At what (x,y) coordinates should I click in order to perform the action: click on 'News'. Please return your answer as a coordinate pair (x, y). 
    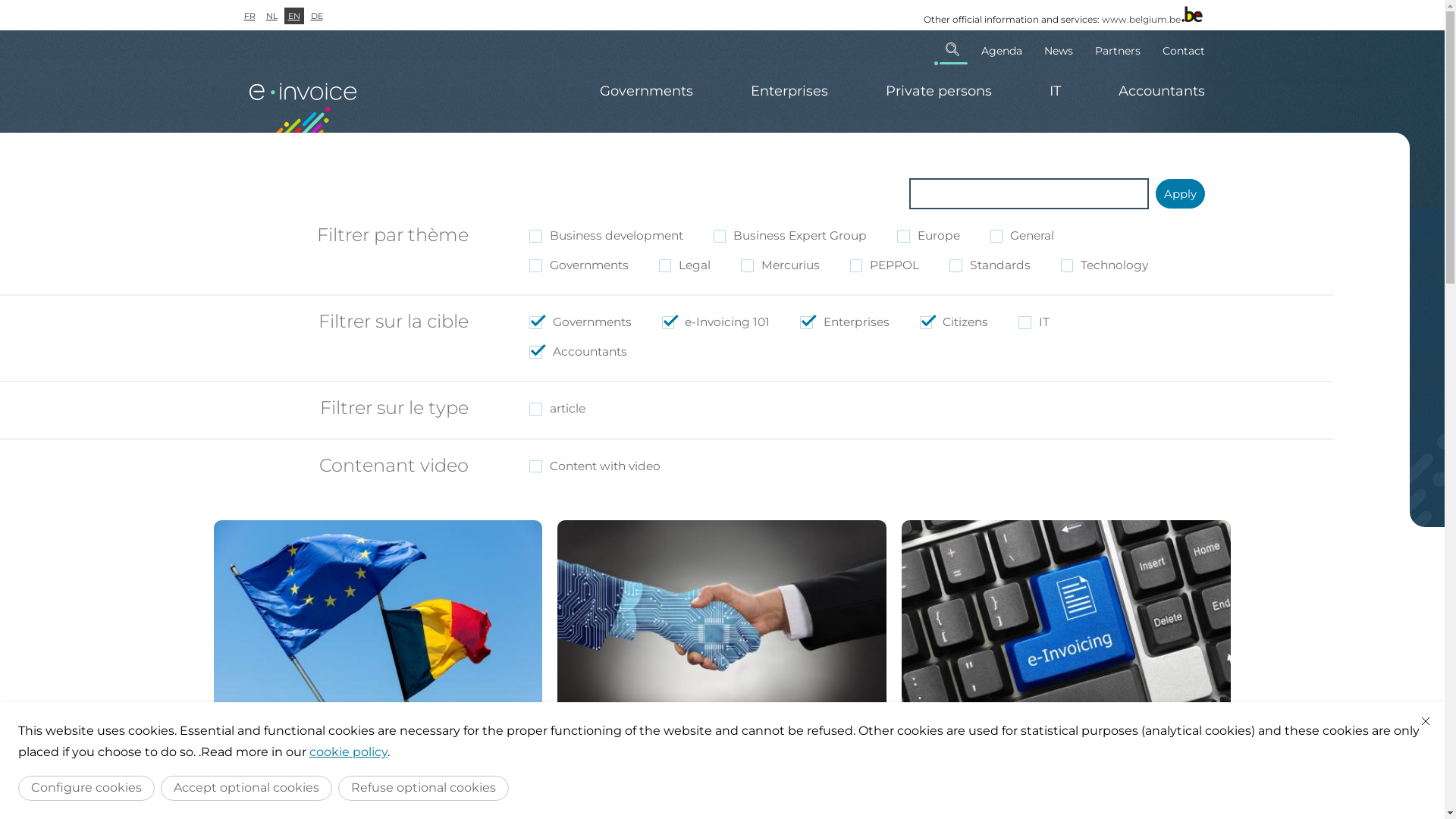
    Looking at the image, I should click on (1057, 49).